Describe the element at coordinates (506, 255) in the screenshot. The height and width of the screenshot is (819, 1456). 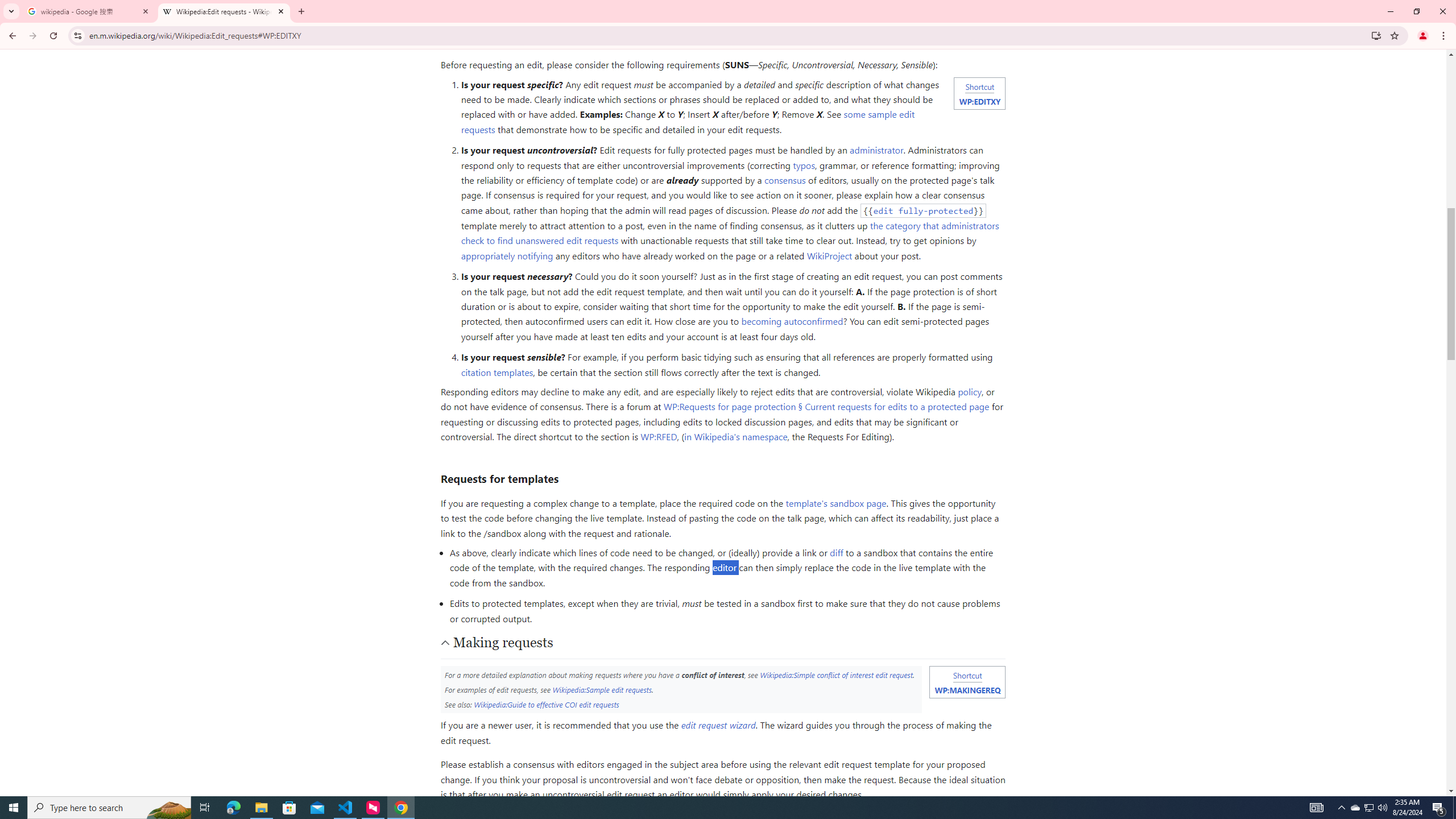
I see `'appropriately notifying'` at that location.